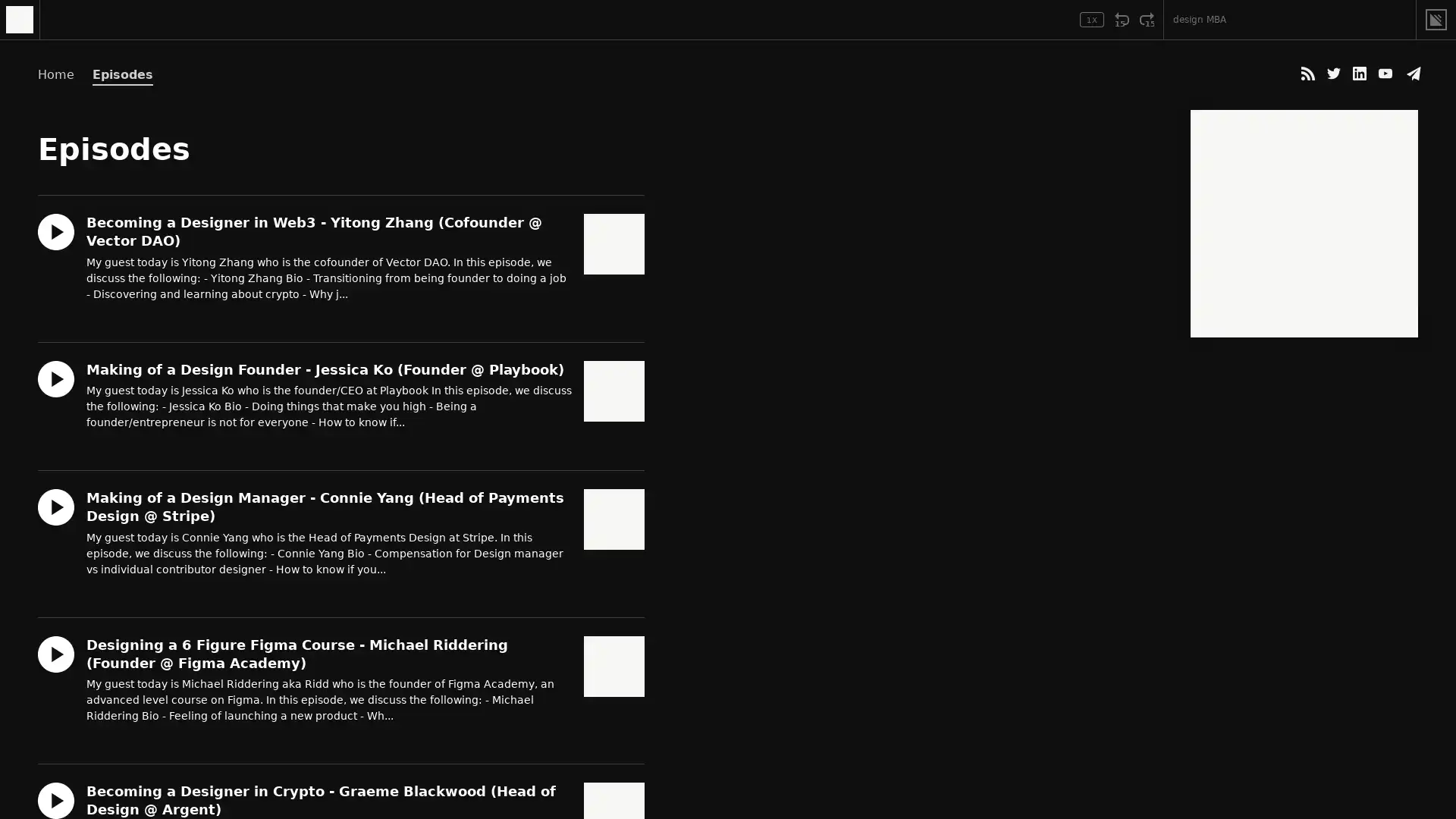  I want to click on Play, so click(55, 377).